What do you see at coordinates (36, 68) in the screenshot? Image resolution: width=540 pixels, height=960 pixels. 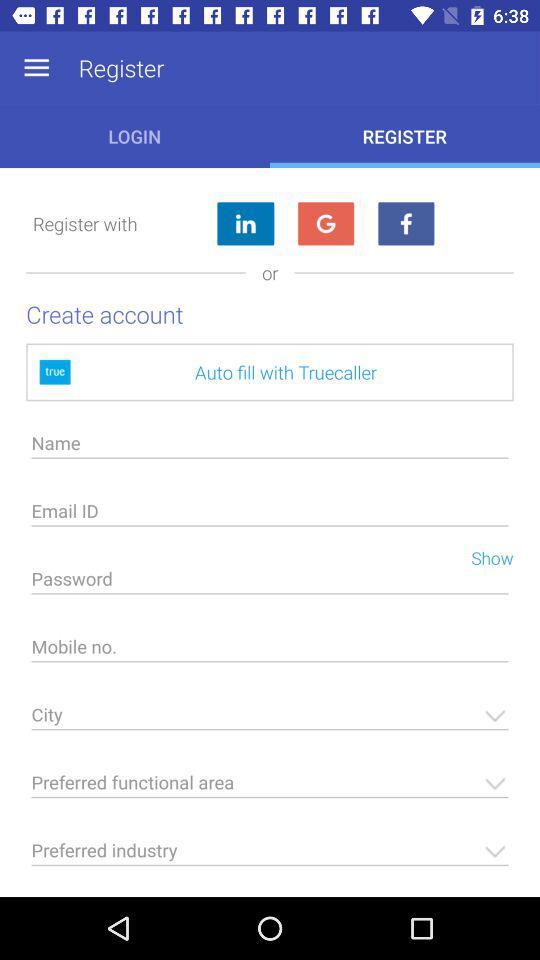 I see `the icon to the left of the register app` at bounding box center [36, 68].